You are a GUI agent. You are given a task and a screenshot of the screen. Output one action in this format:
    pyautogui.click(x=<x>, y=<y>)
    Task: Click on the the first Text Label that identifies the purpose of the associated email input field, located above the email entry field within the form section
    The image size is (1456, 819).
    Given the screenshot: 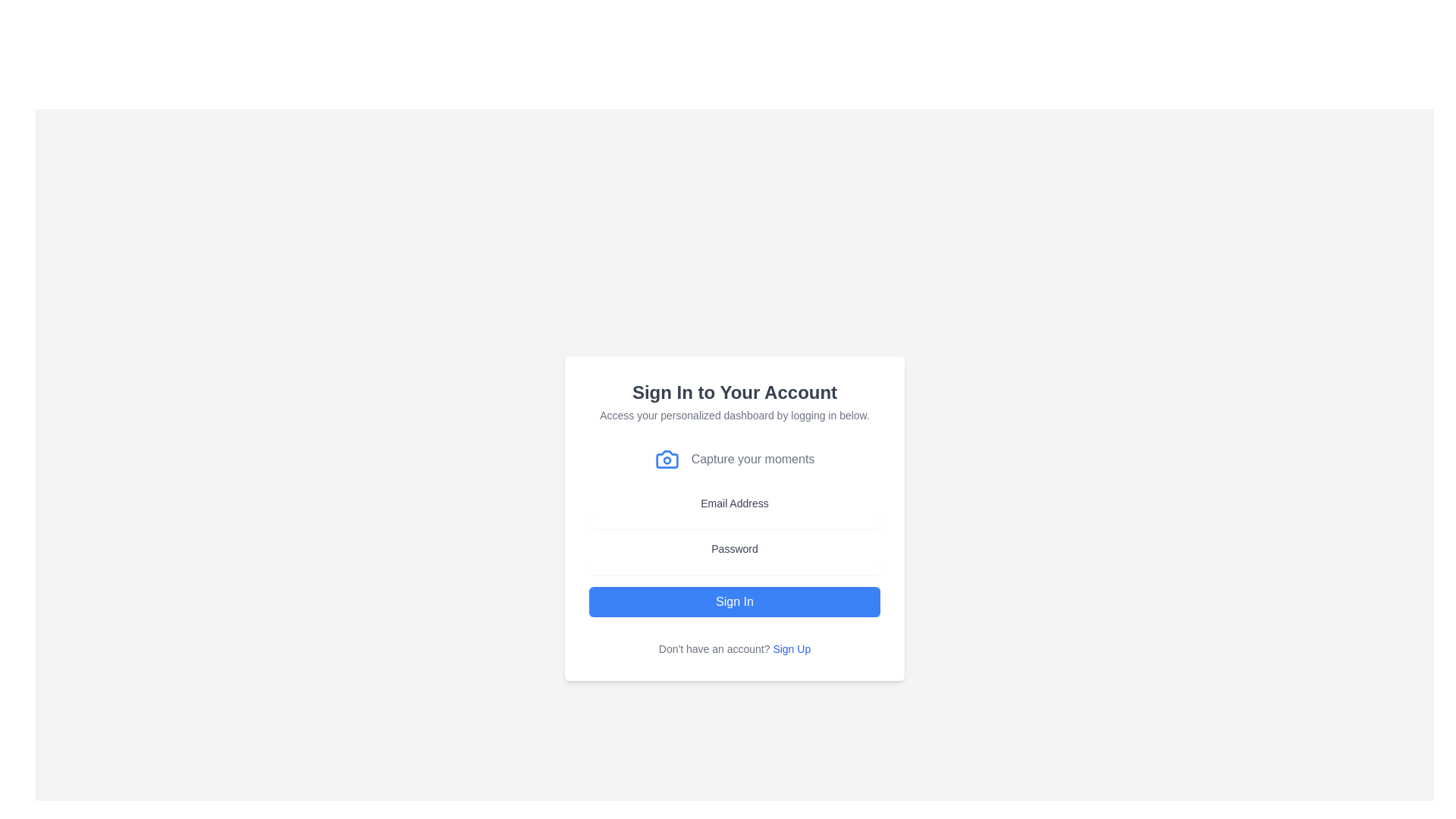 What is the action you would take?
    pyautogui.click(x=735, y=512)
    